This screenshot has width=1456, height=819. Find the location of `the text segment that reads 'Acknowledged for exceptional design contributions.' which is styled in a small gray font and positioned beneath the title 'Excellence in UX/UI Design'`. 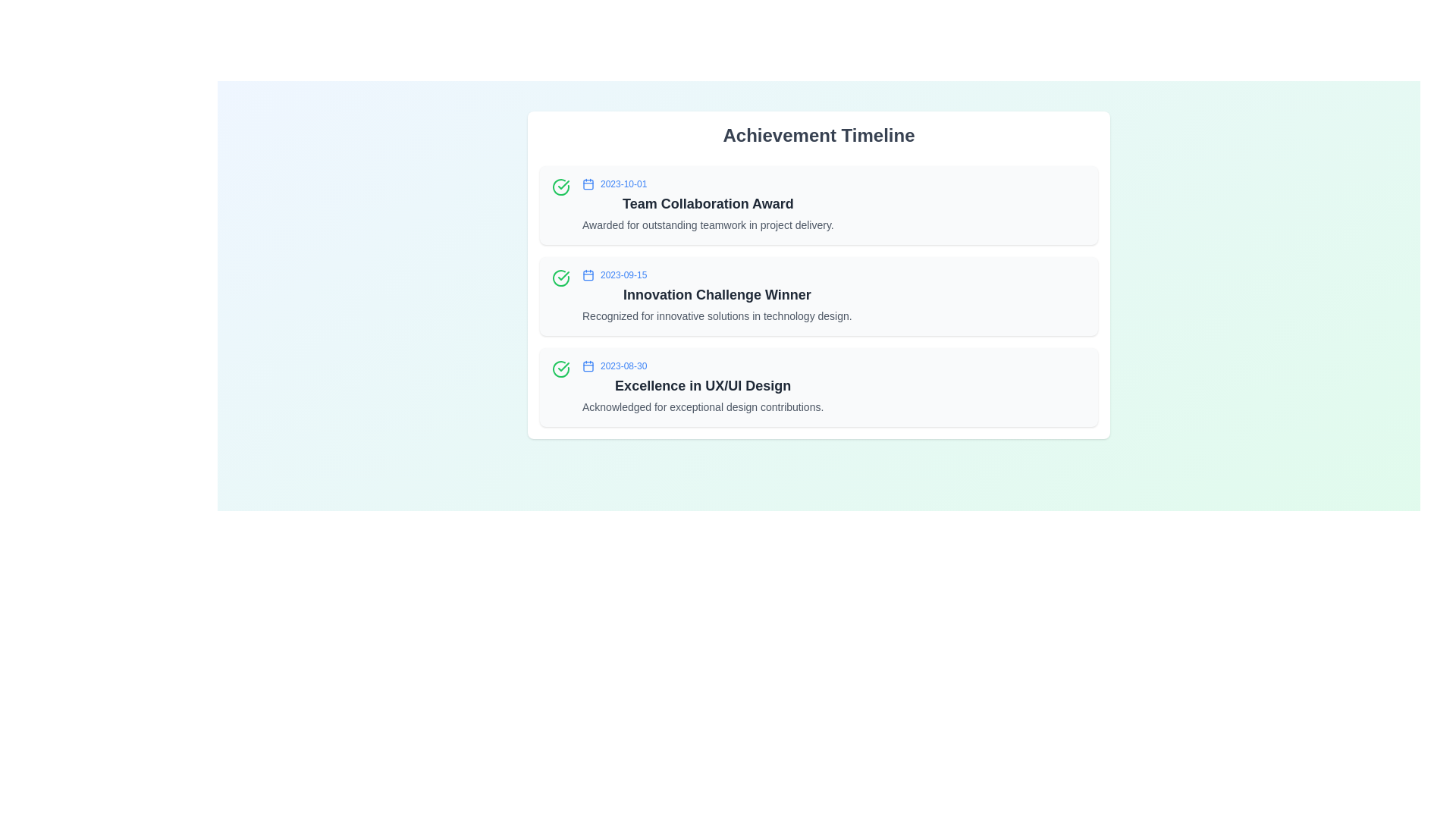

the text segment that reads 'Acknowledged for exceptional design contributions.' which is styled in a small gray font and positioned beneath the title 'Excellence in UX/UI Design' is located at coordinates (702, 406).